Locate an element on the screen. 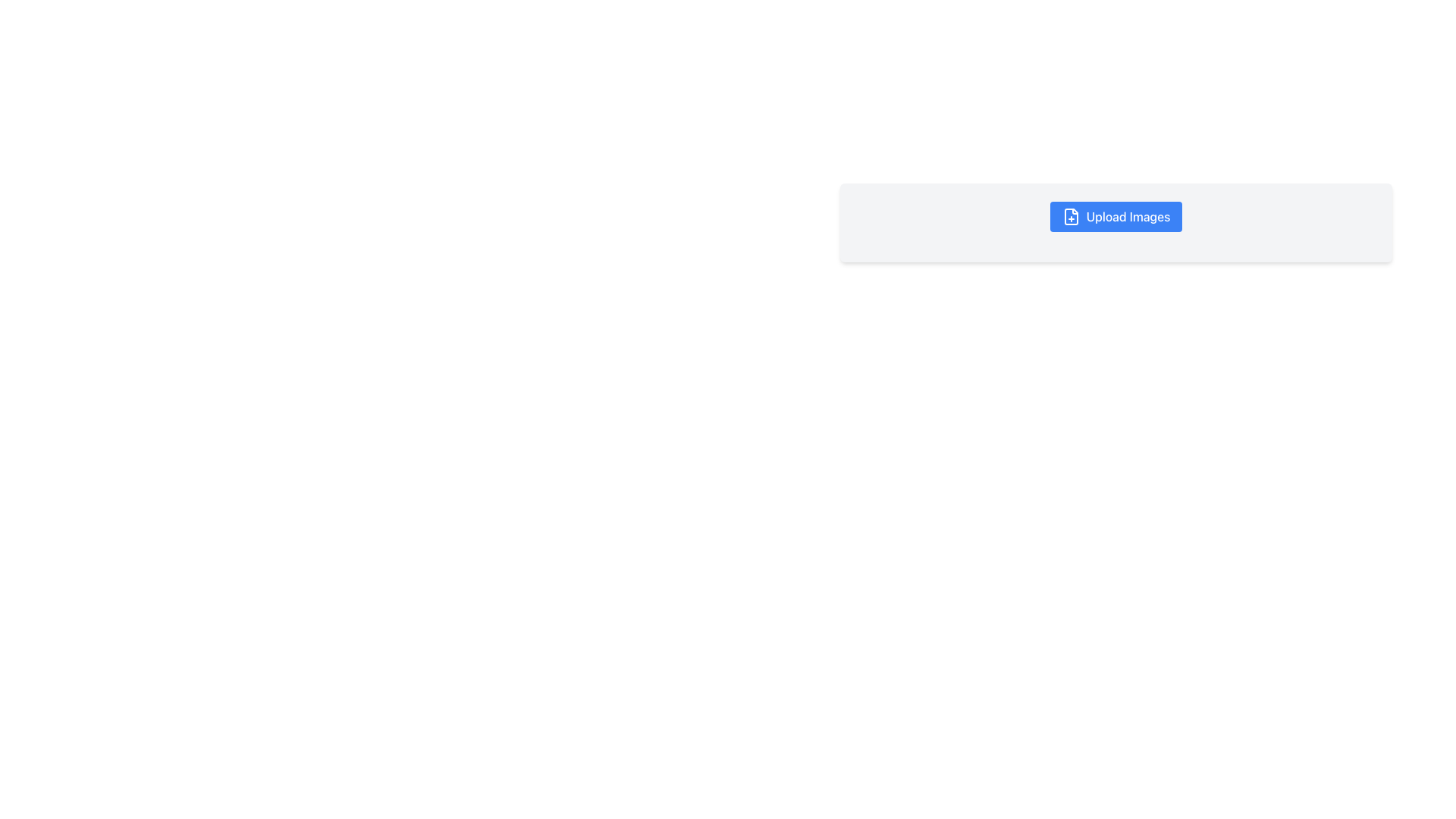  the 'Upload Images' button, which has a blue background and white text, to initiate the upload process is located at coordinates (1116, 216).